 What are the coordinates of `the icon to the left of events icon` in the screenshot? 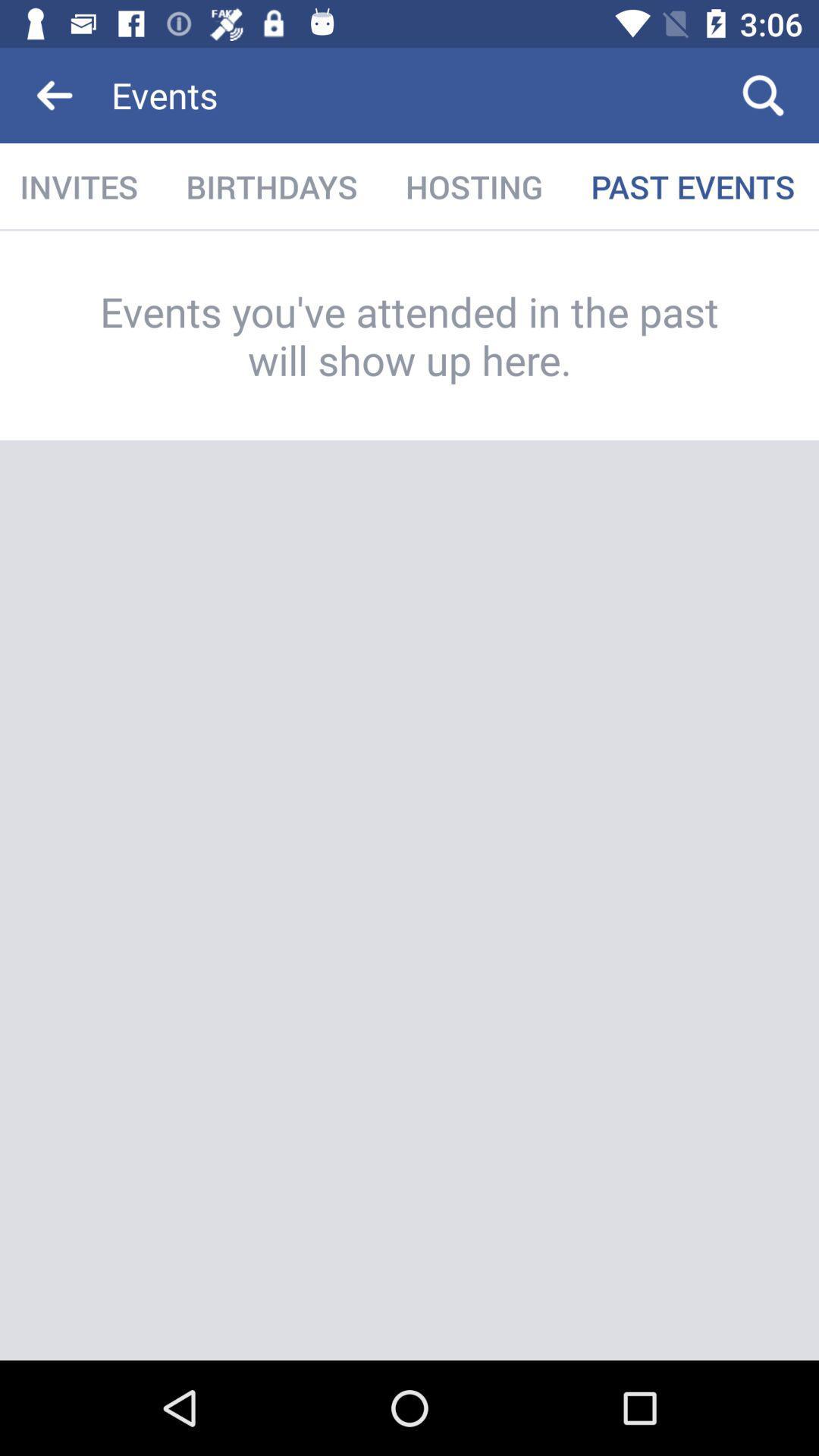 It's located at (55, 94).